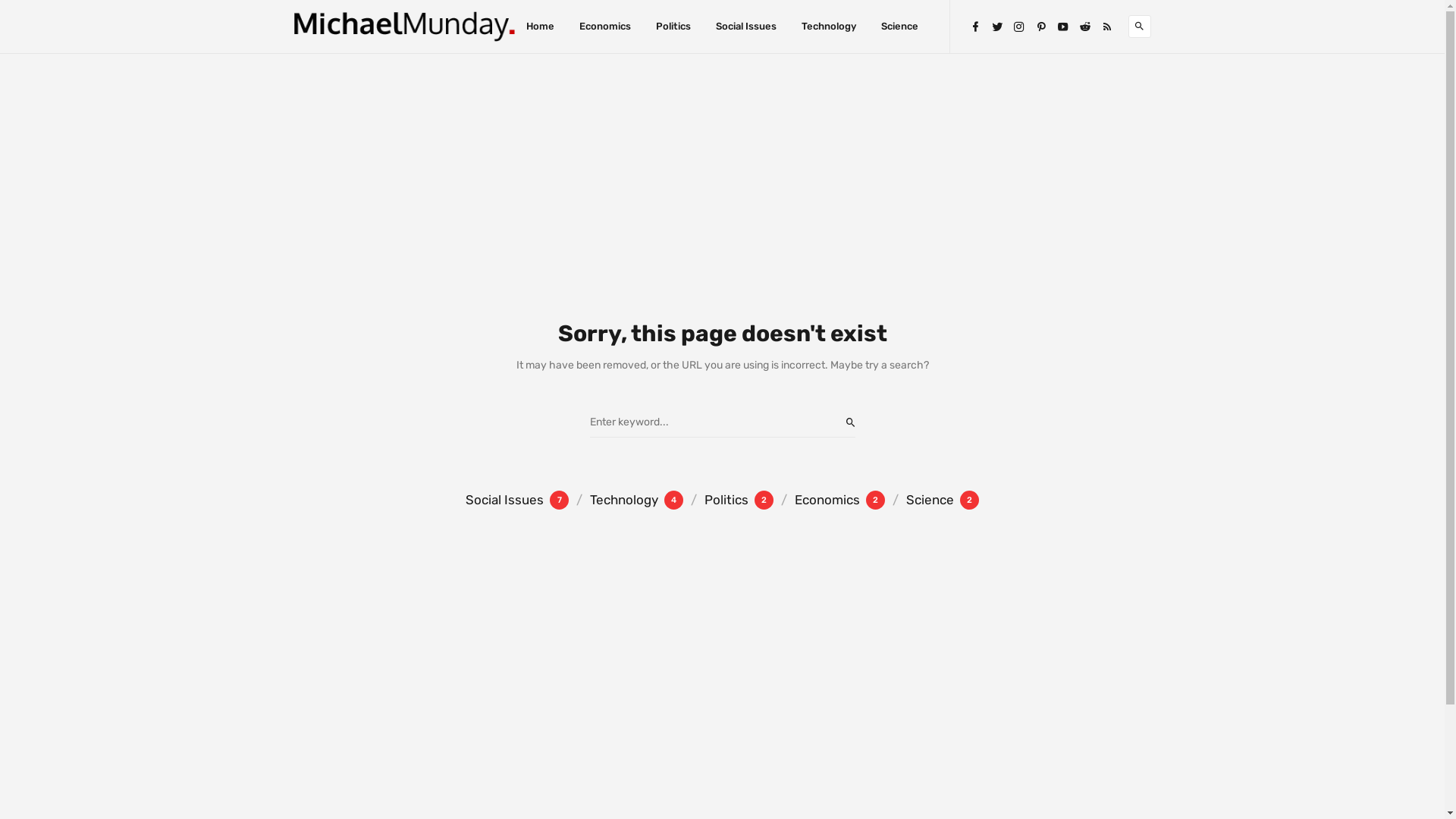  I want to click on 'Facebook', so click(968, 26).